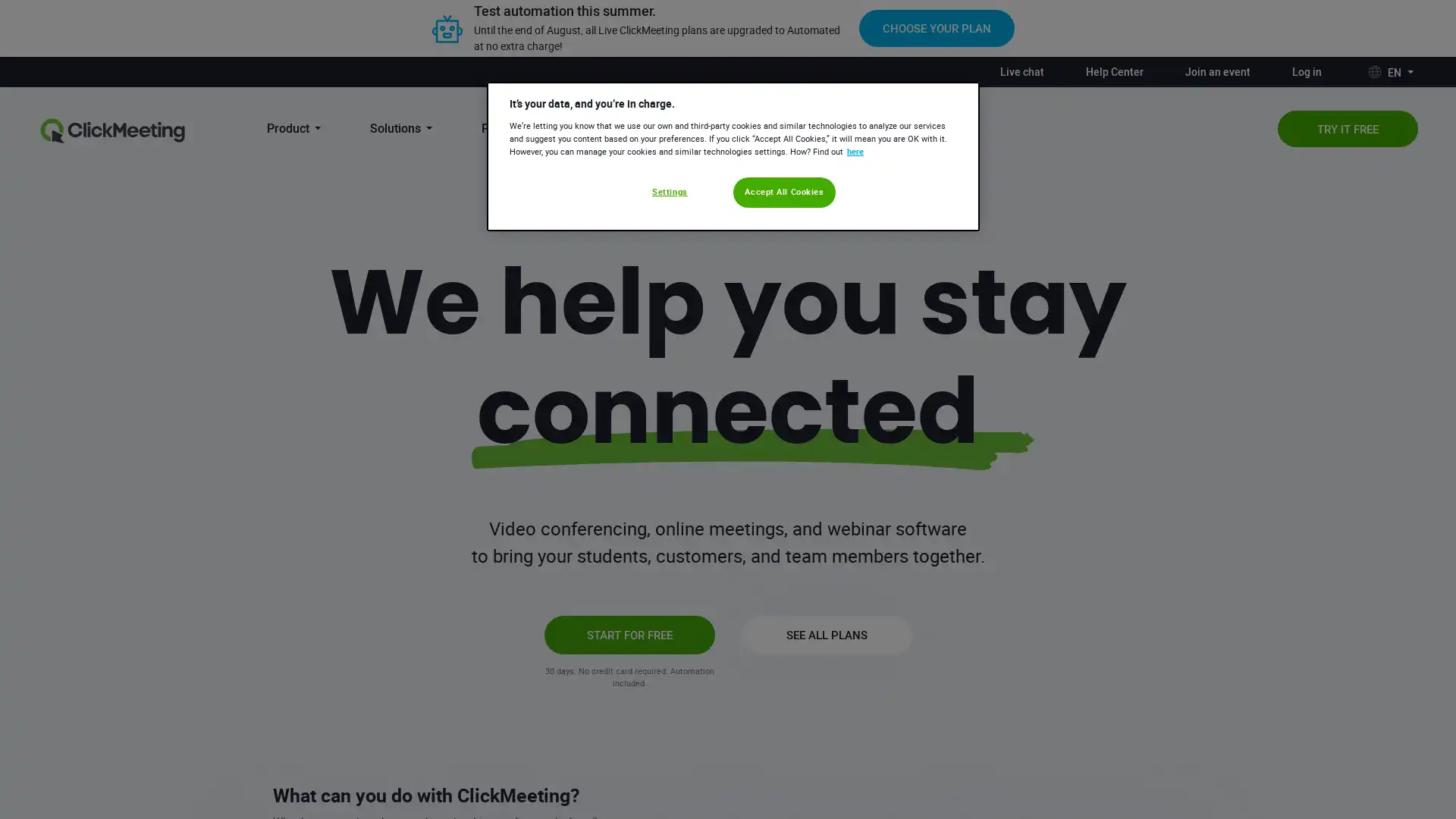 The height and width of the screenshot is (819, 1456). Describe the element at coordinates (669, 191) in the screenshot. I see `Settings` at that location.